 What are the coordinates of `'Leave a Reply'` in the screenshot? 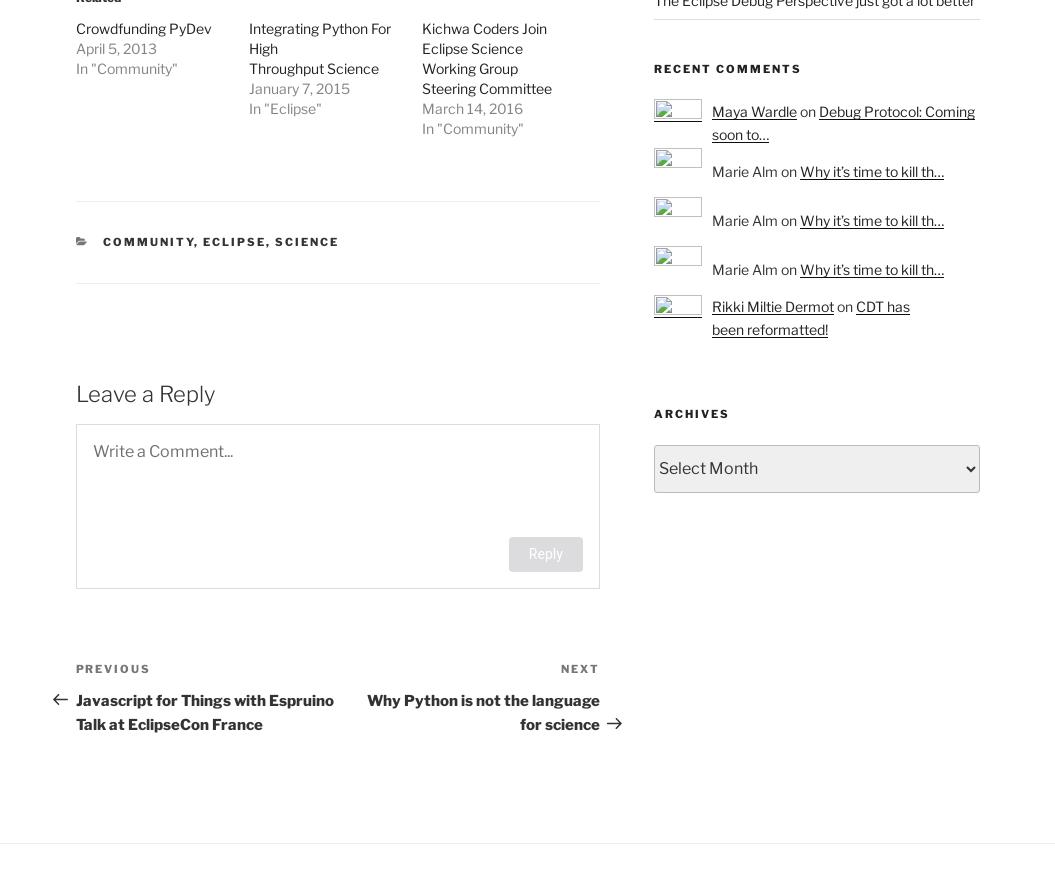 It's located at (144, 392).